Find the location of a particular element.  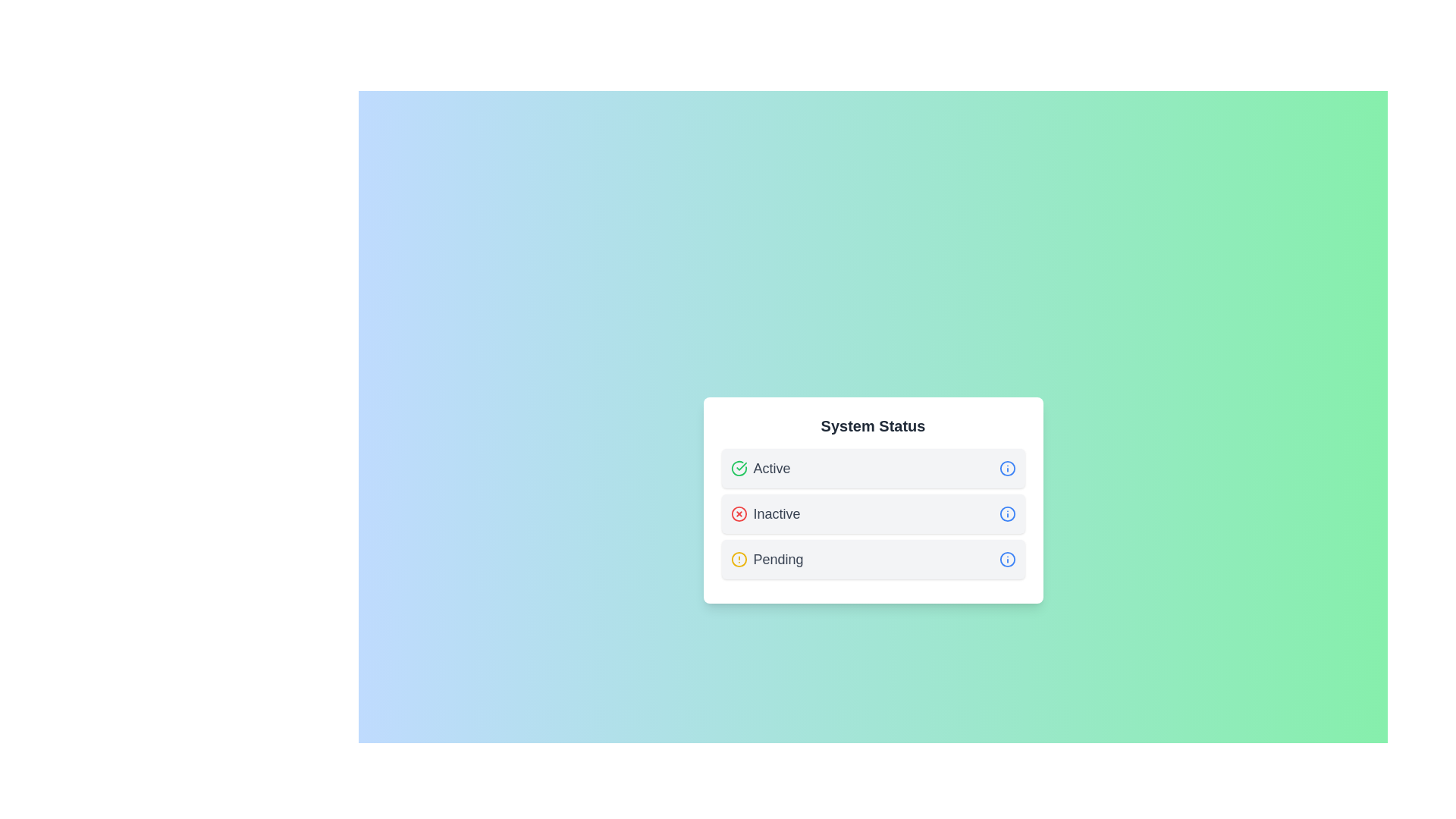

icons associated with the 'Inactive' status option in the middle entry of the System Status list is located at coordinates (873, 513).